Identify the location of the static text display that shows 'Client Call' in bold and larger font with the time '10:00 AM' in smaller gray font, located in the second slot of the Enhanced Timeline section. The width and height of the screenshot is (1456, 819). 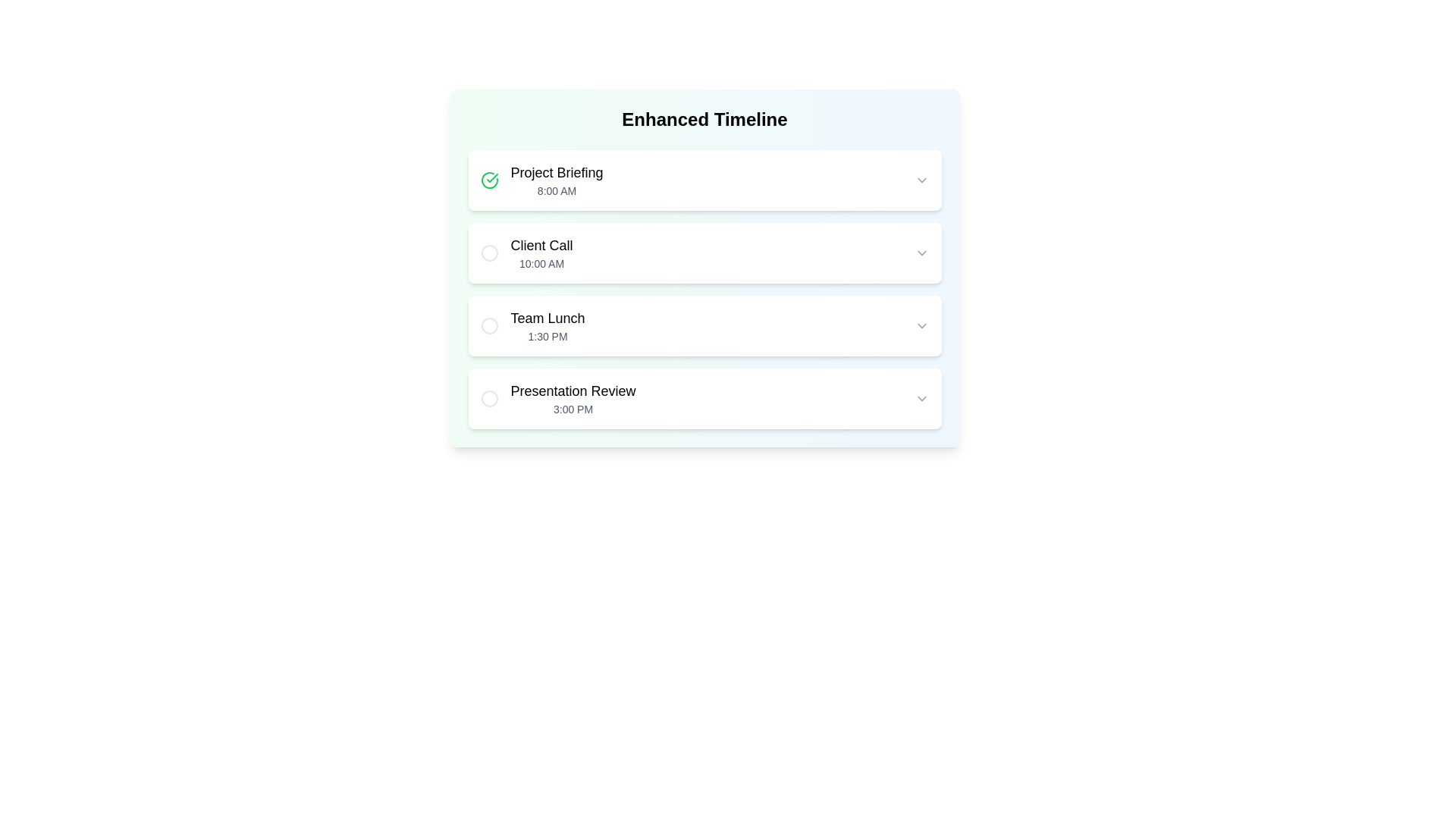
(541, 253).